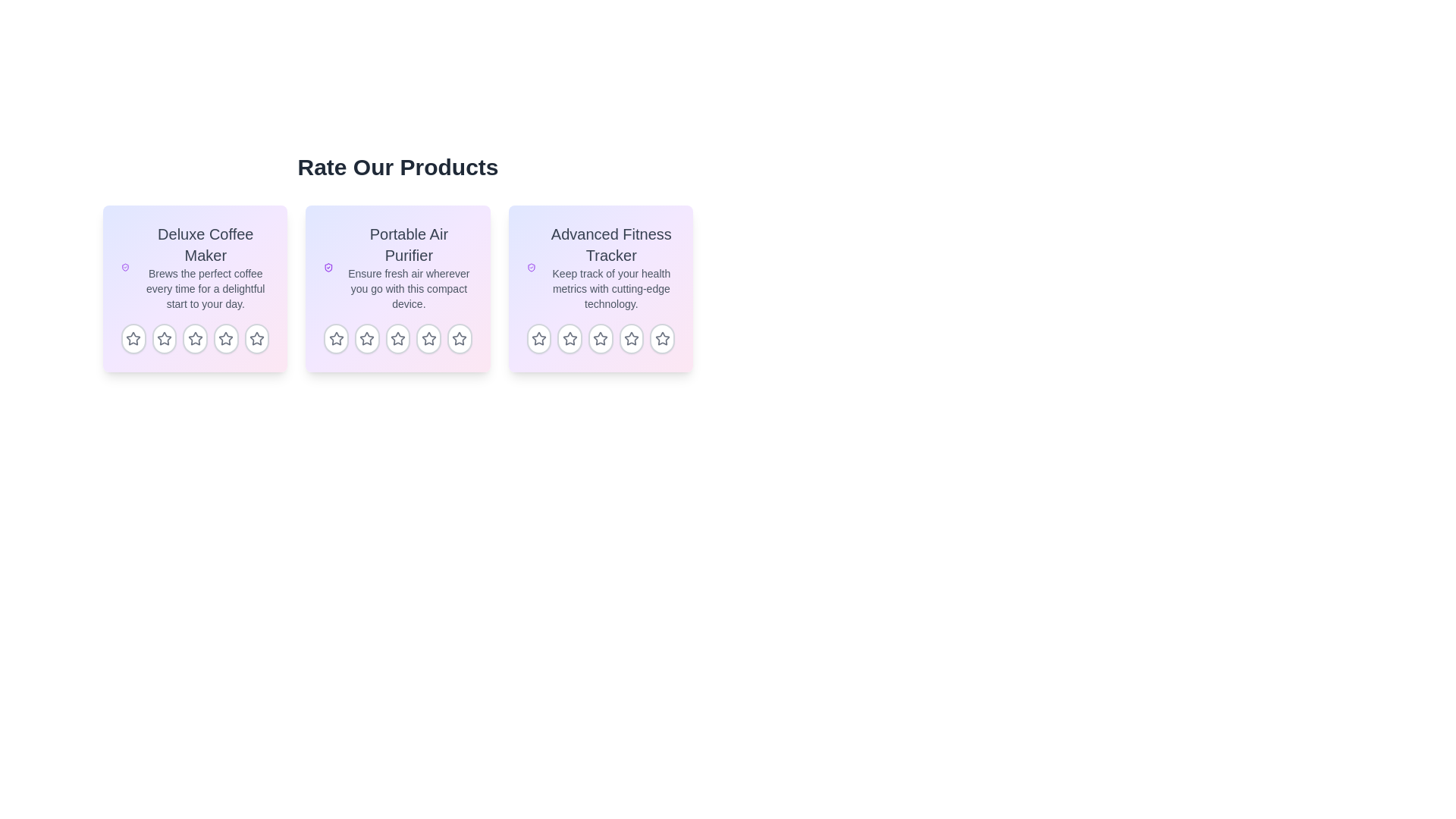 This screenshot has height=819, width=1456. Describe the element at coordinates (538, 337) in the screenshot. I see `the first star in the rating component under the 'Advanced Fitness Tracker' card` at that location.